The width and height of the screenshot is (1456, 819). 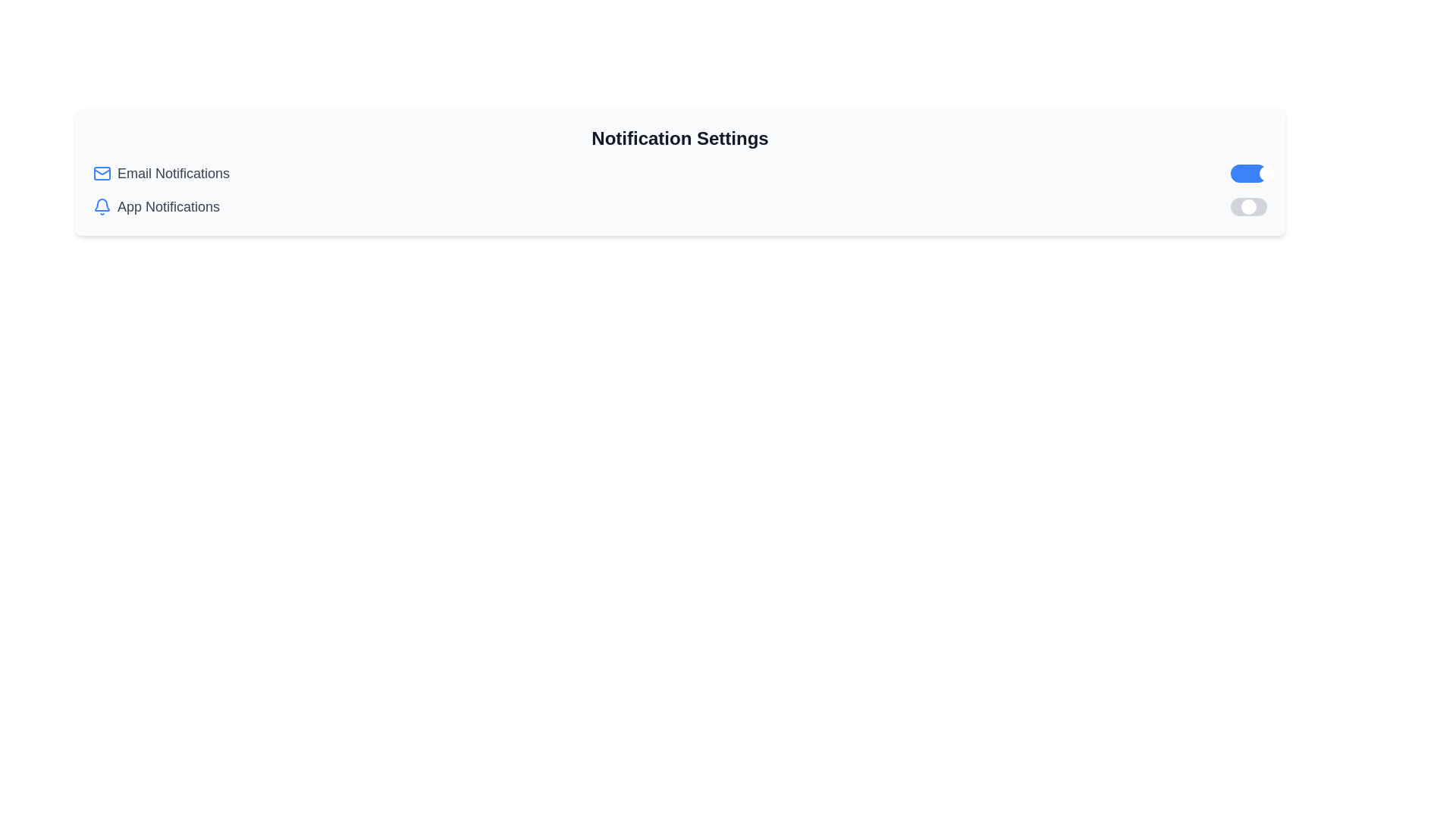 I want to click on the notification icon located to the left of the 'App Notifications' label in the notification settings interface, which is the second icon from the top, so click(x=101, y=205).